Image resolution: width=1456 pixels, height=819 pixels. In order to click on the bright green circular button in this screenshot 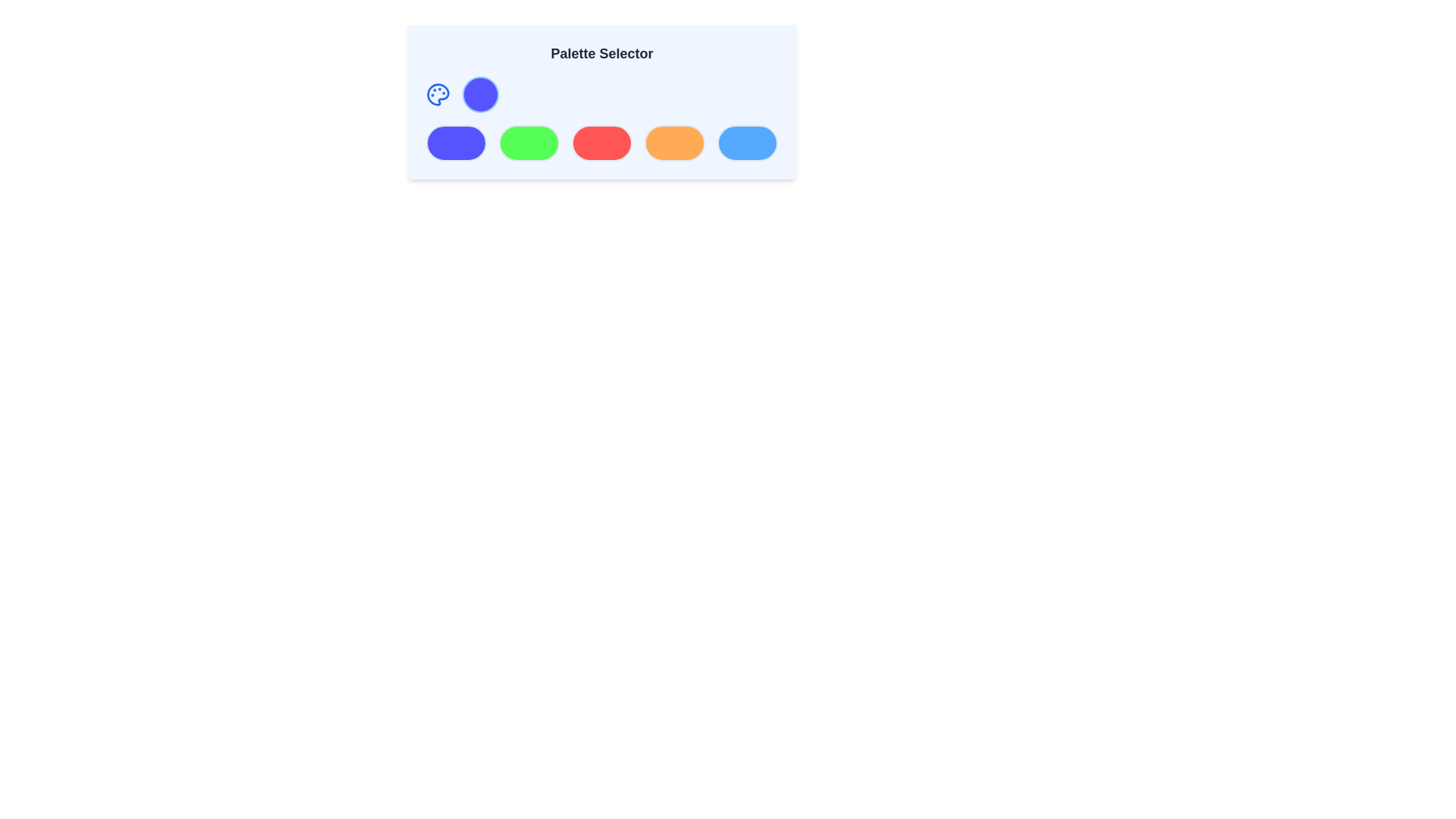, I will do `click(529, 143)`.